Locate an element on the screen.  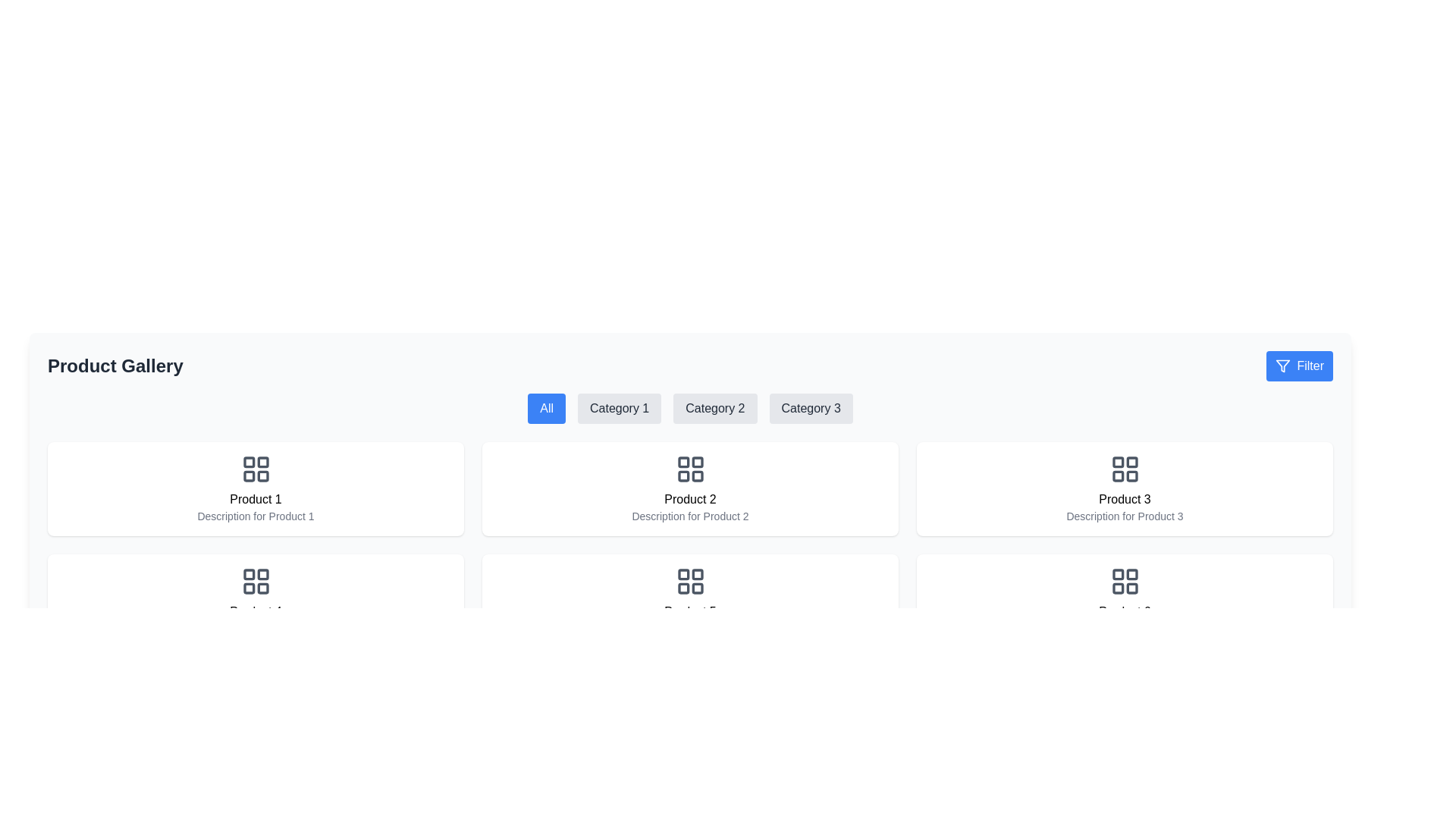
the 'Filter' icon located on the left side of the button labeled 'Filter' at the top right of the interface is located at coordinates (1282, 366).